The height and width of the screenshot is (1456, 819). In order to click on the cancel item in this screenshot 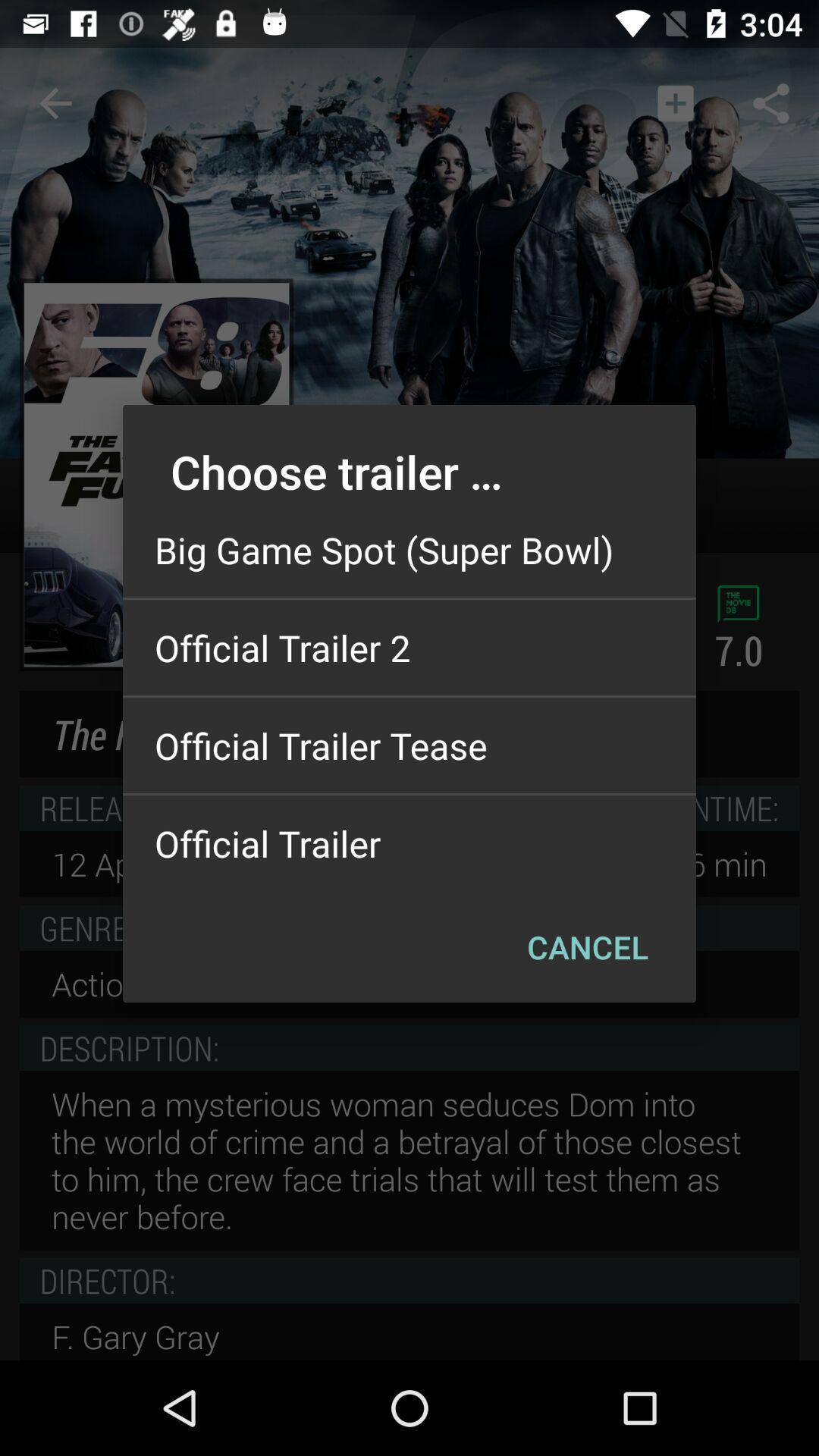, I will do `click(587, 946)`.